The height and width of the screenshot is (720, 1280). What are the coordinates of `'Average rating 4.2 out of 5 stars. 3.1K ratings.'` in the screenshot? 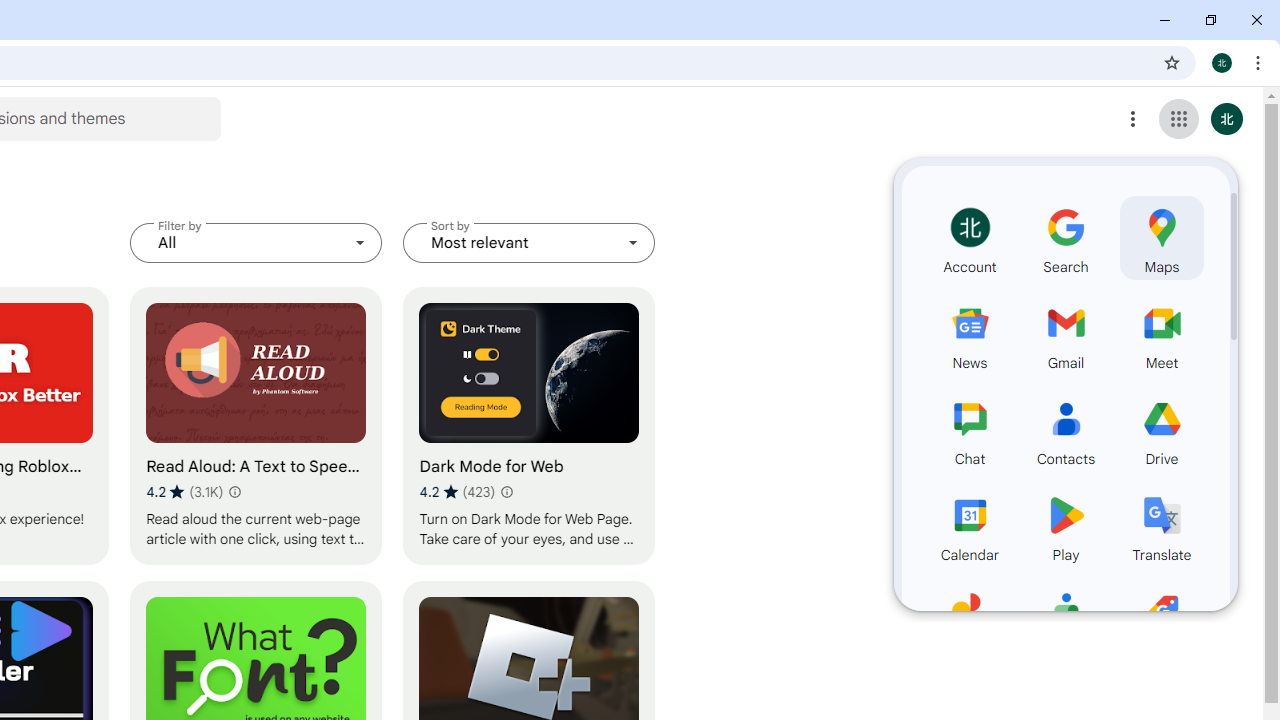 It's located at (184, 491).